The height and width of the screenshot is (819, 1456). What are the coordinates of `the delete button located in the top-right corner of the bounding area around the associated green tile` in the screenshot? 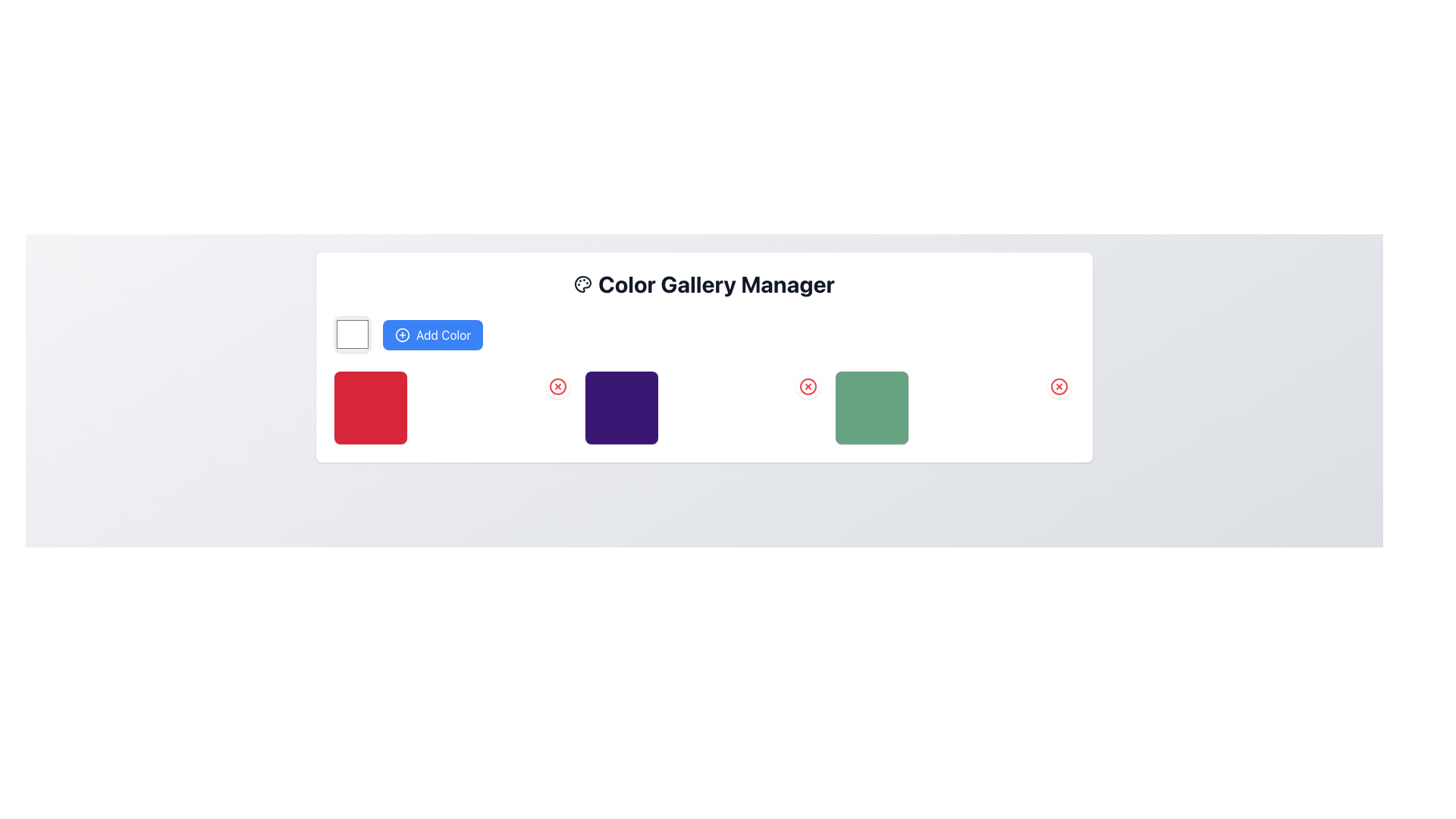 It's located at (808, 385).